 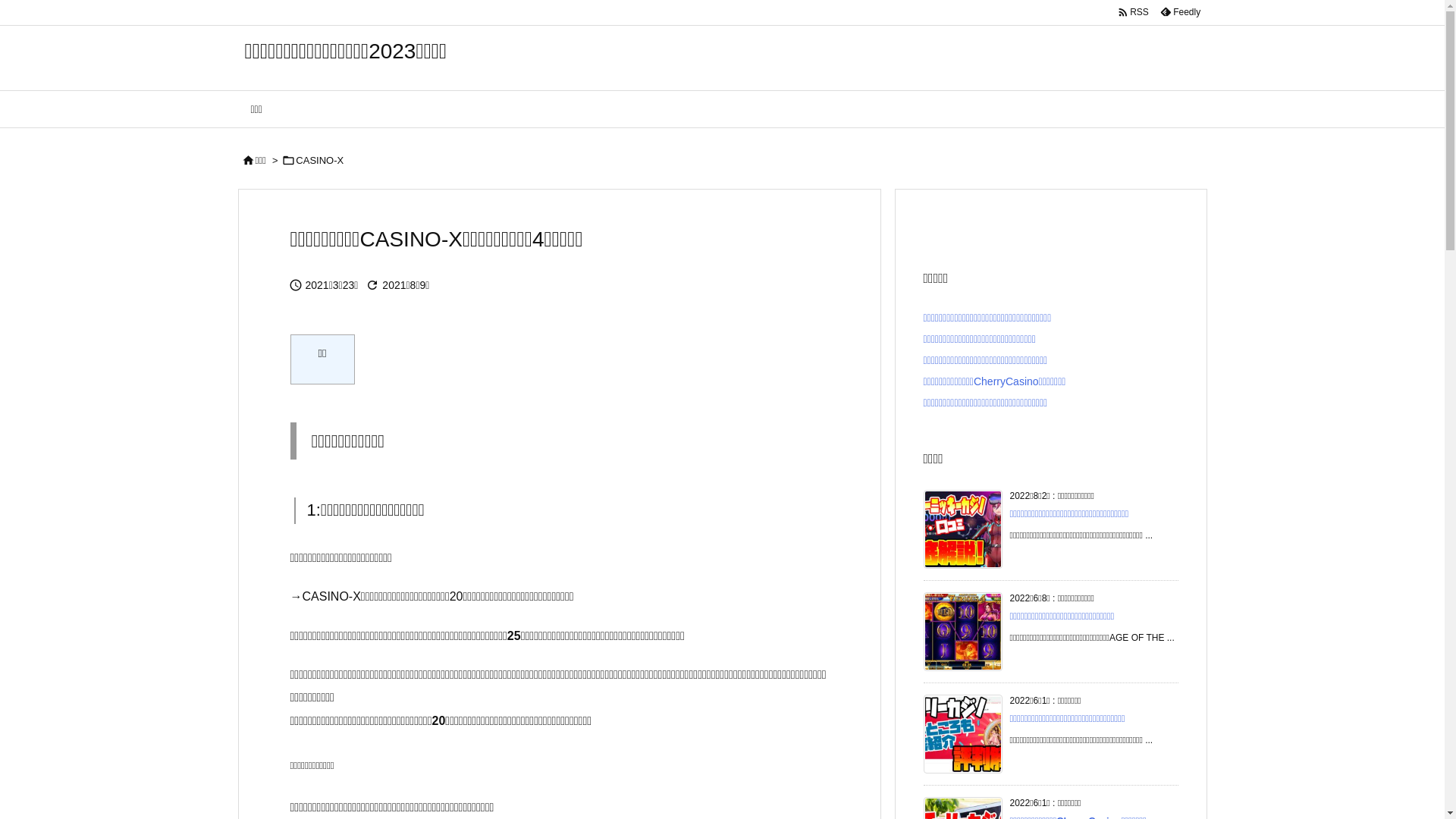 What do you see at coordinates (1178, 11) in the screenshot?
I see `'  Feedly '` at bounding box center [1178, 11].